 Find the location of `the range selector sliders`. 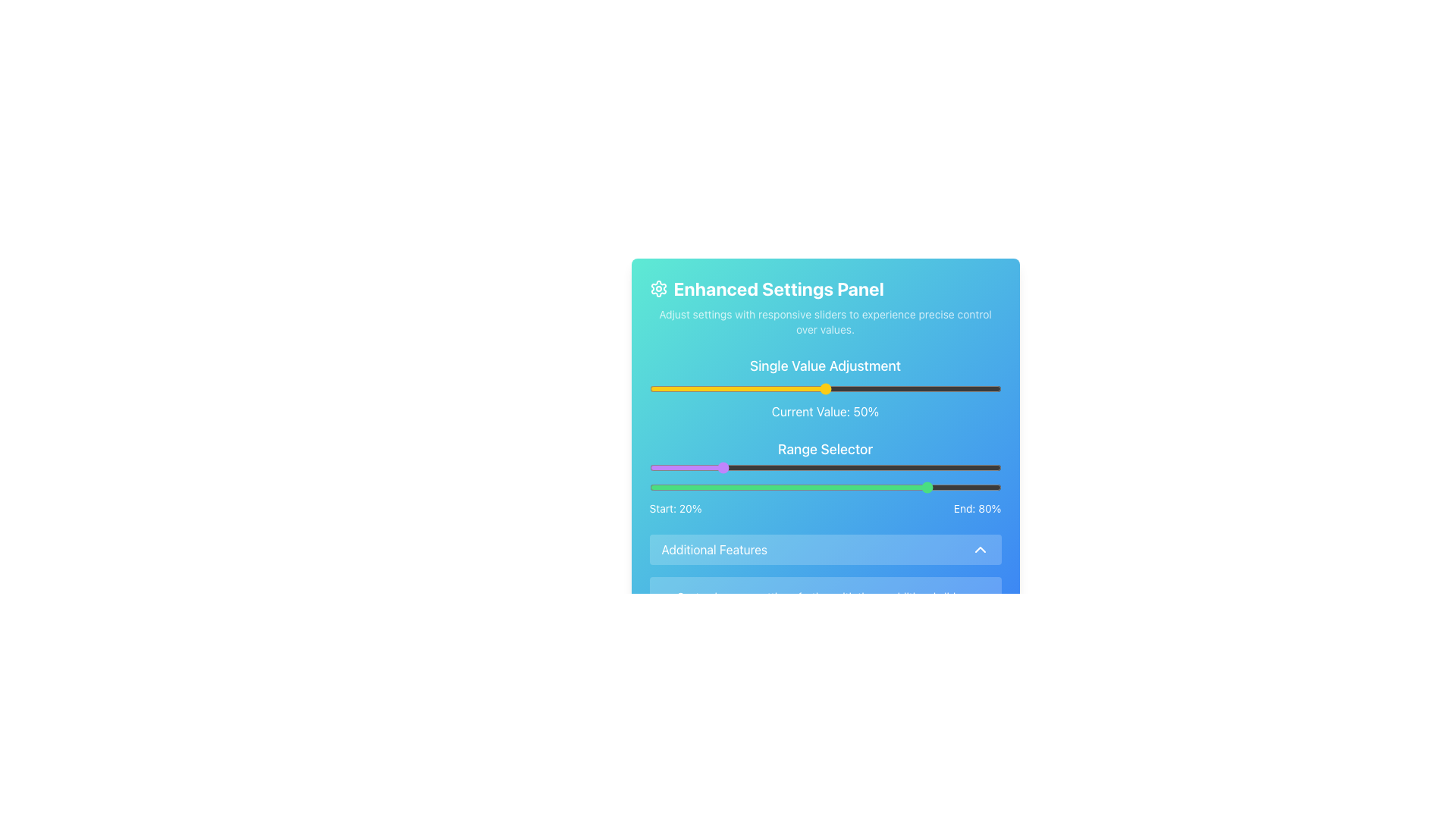

the range selector sliders is located at coordinates (912, 467).